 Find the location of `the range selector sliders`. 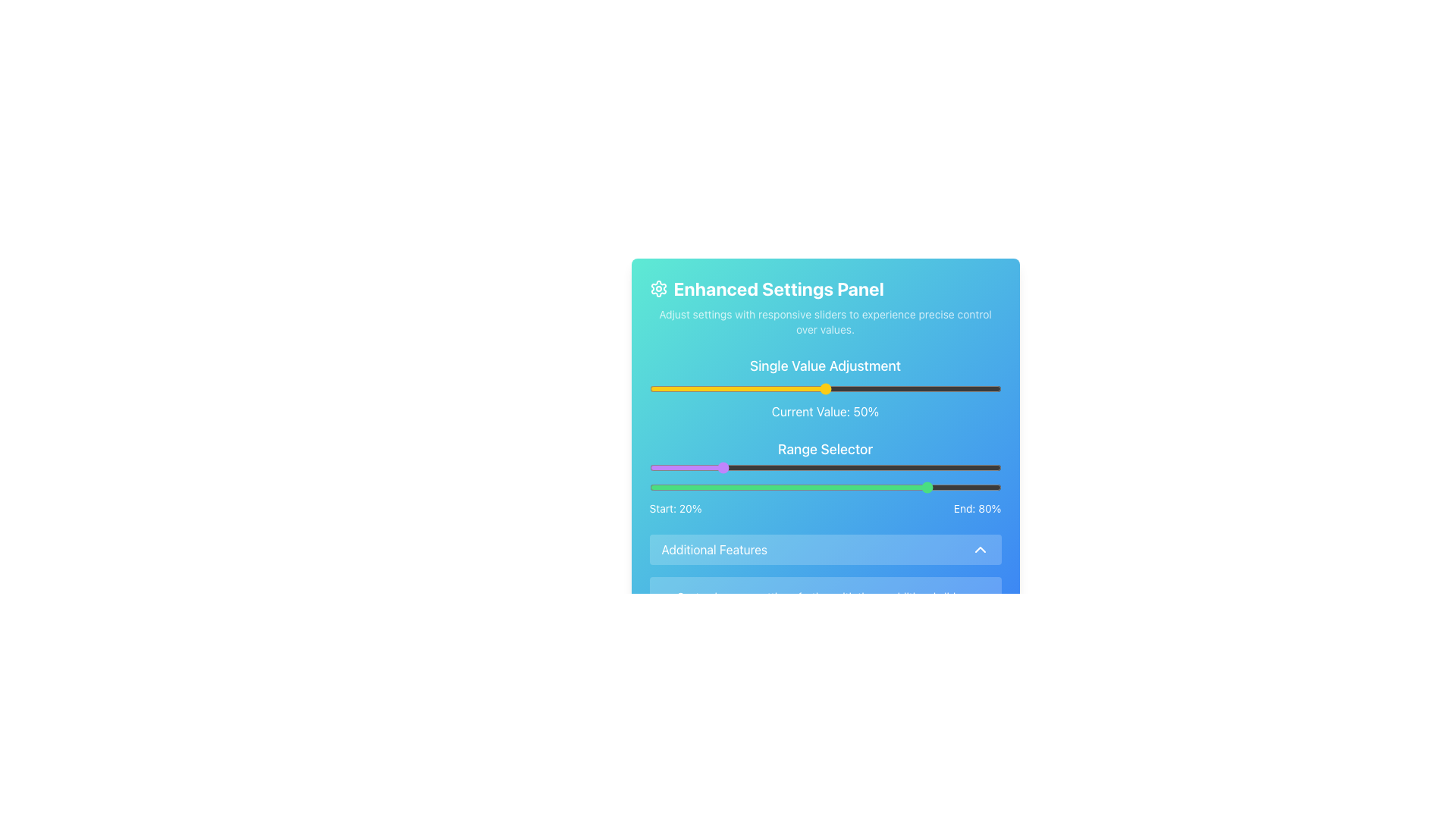

the range selector sliders is located at coordinates (912, 467).